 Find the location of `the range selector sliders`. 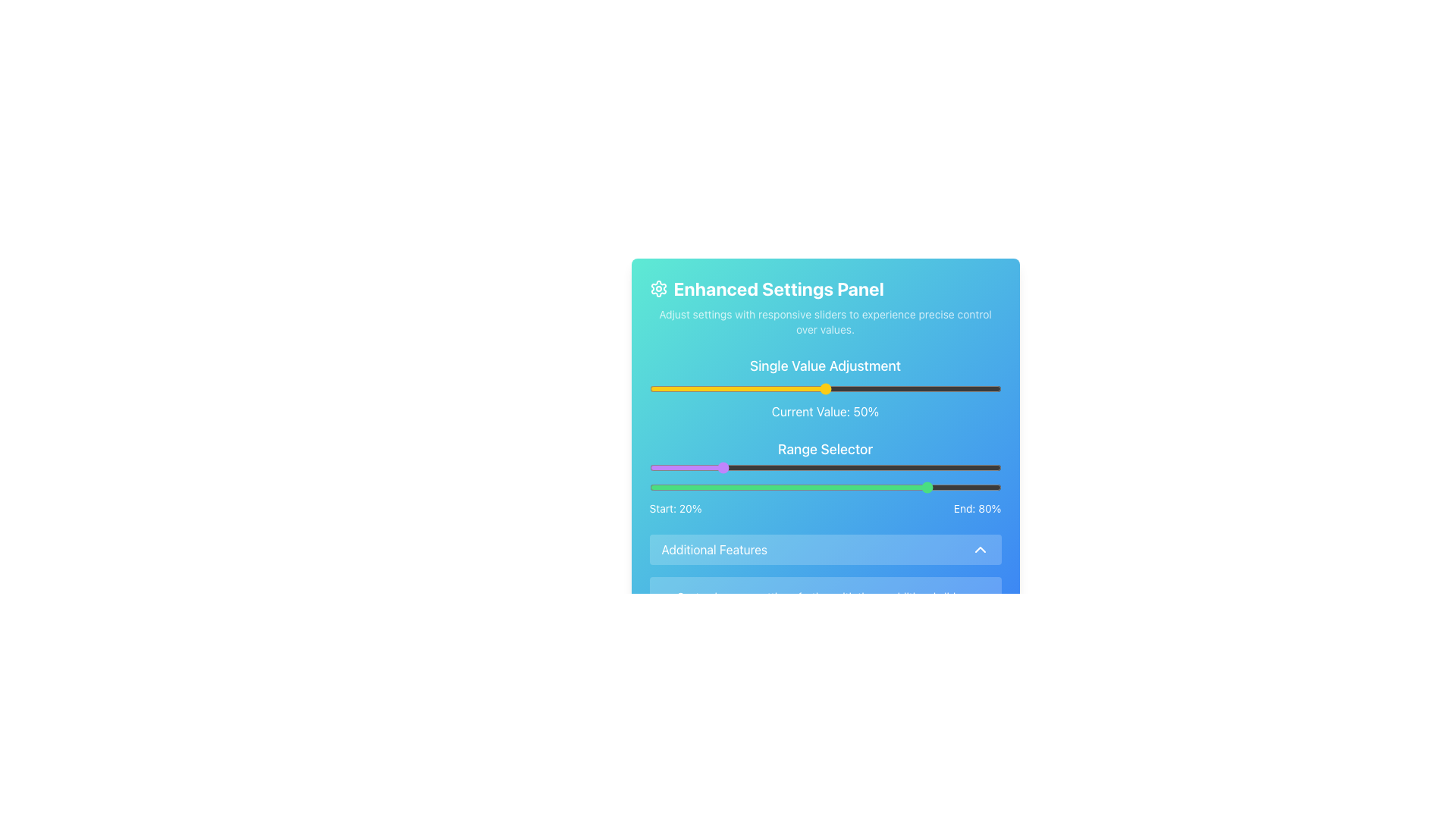

the range selector sliders is located at coordinates (912, 467).